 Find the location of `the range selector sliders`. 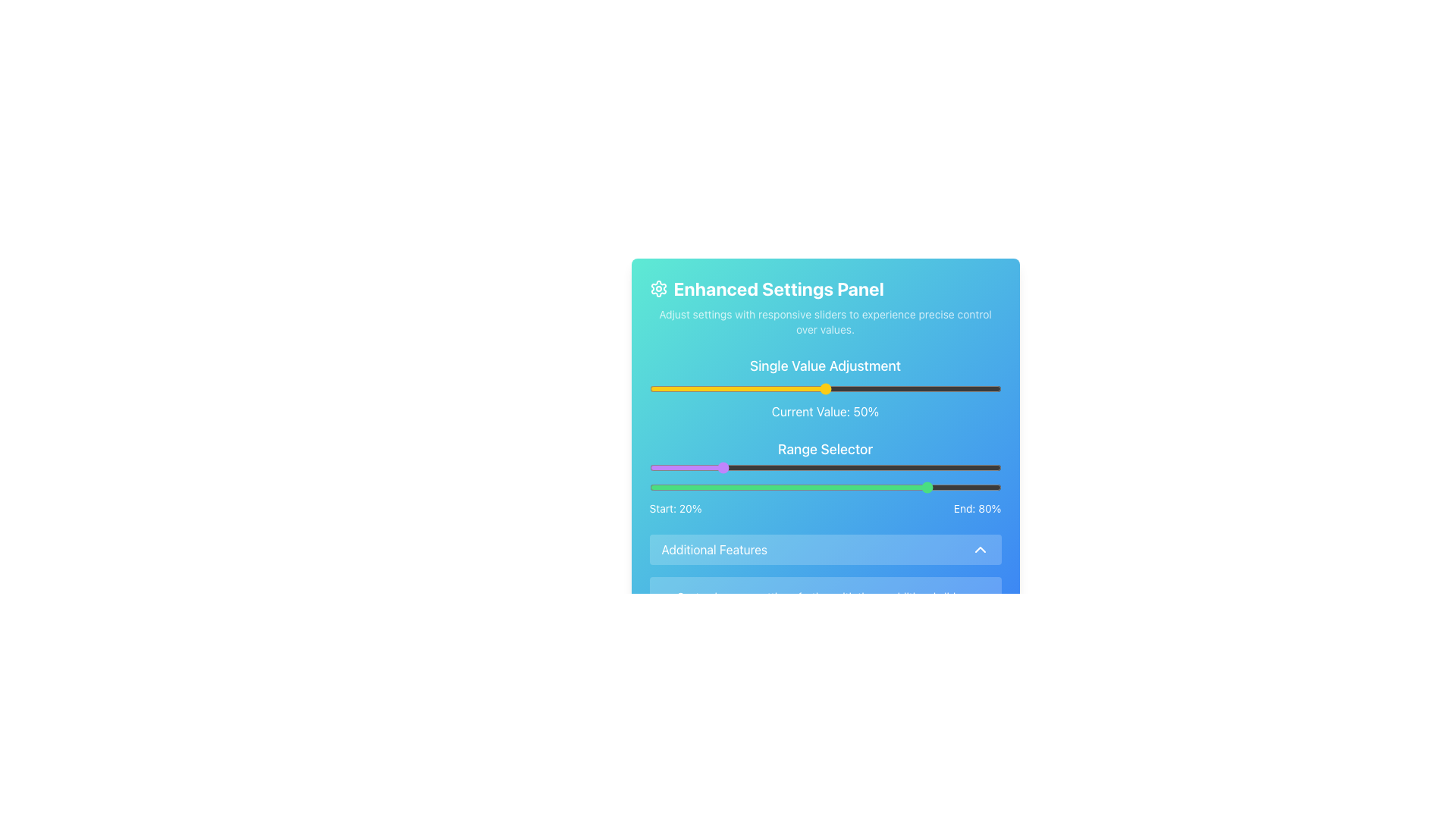

the range selector sliders is located at coordinates (912, 467).